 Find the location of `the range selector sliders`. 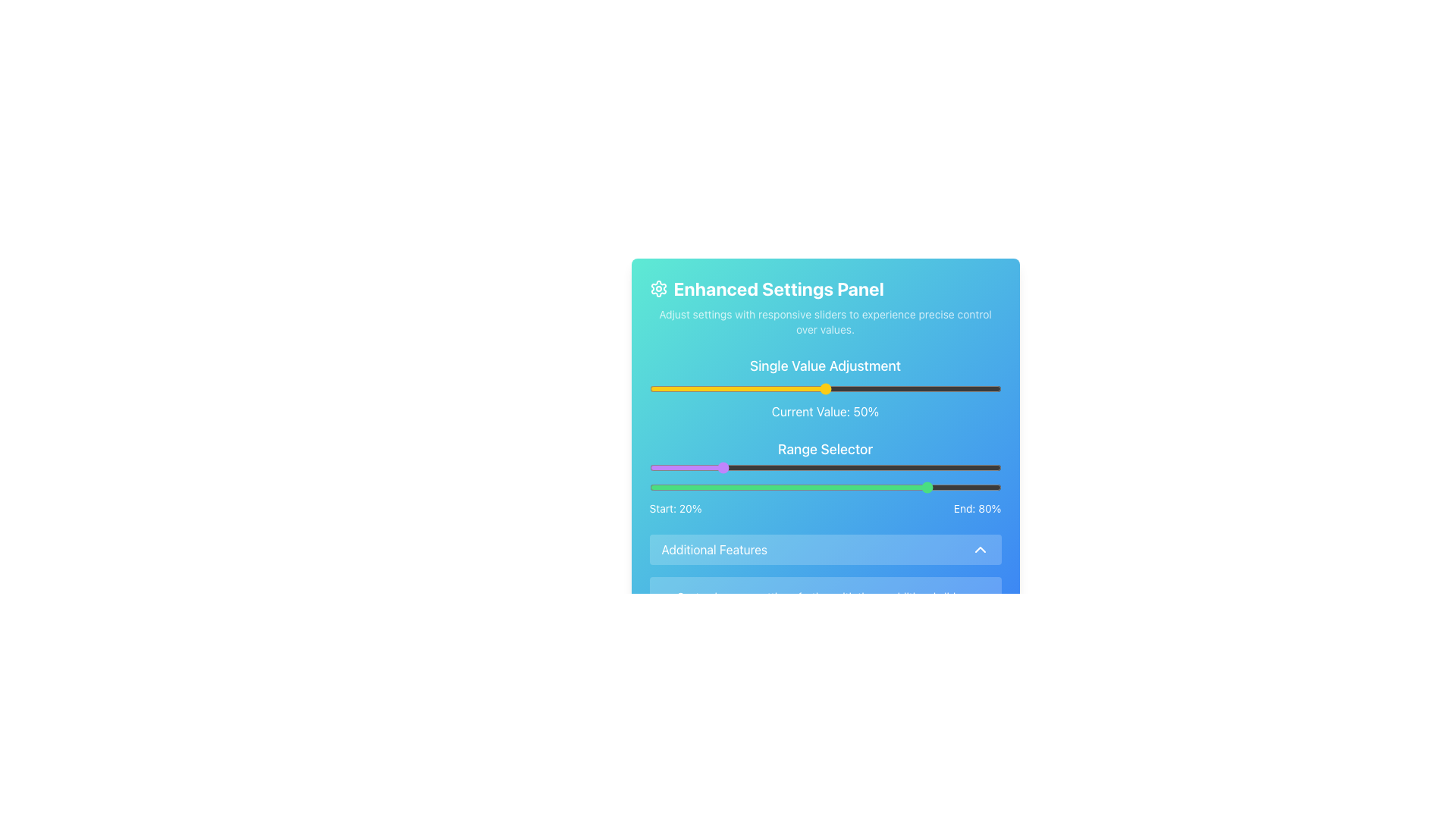

the range selector sliders is located at coordinates (912, 467).